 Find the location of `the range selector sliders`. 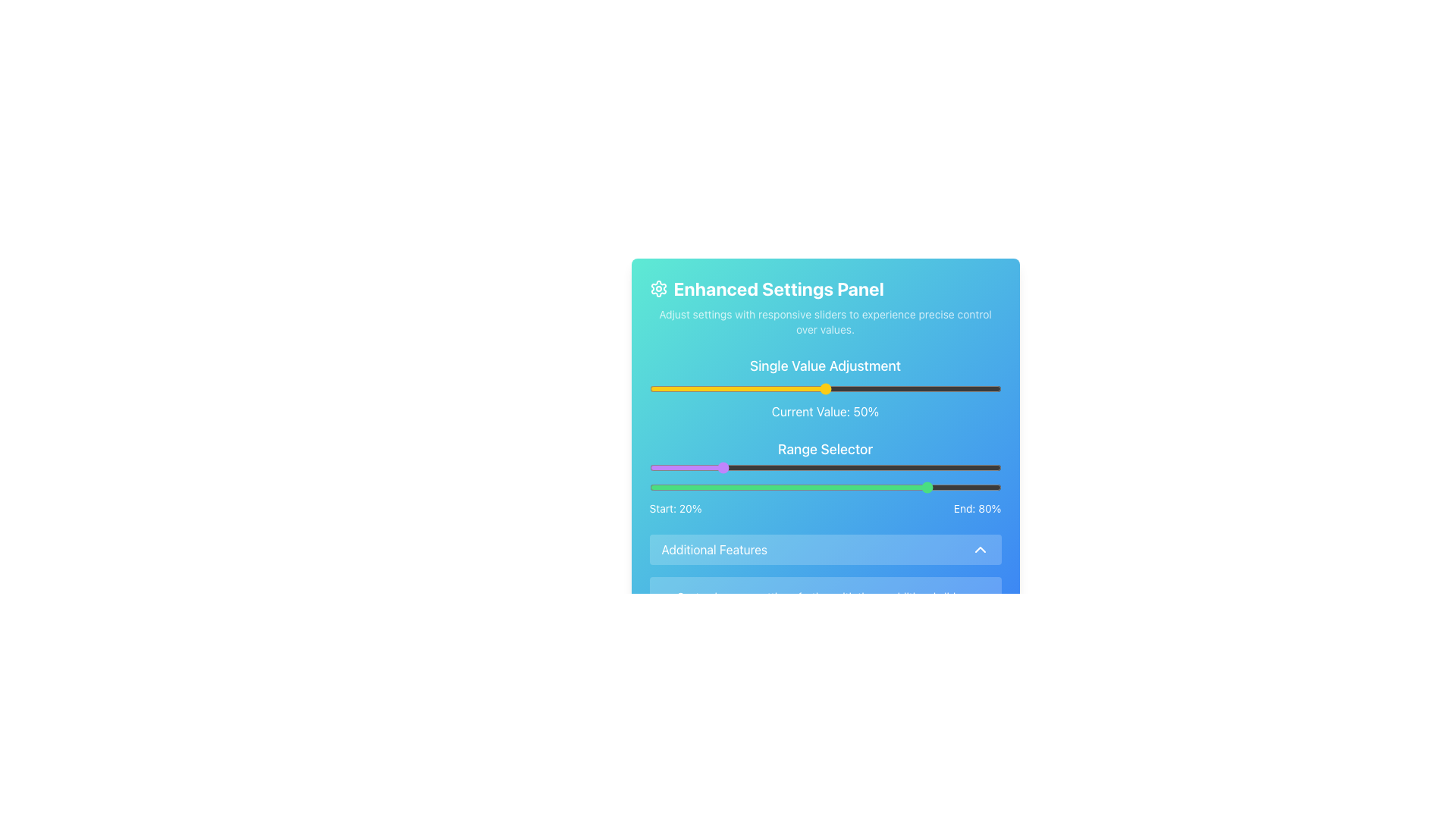

the range selector sliders is located at coordinates (912, 467).